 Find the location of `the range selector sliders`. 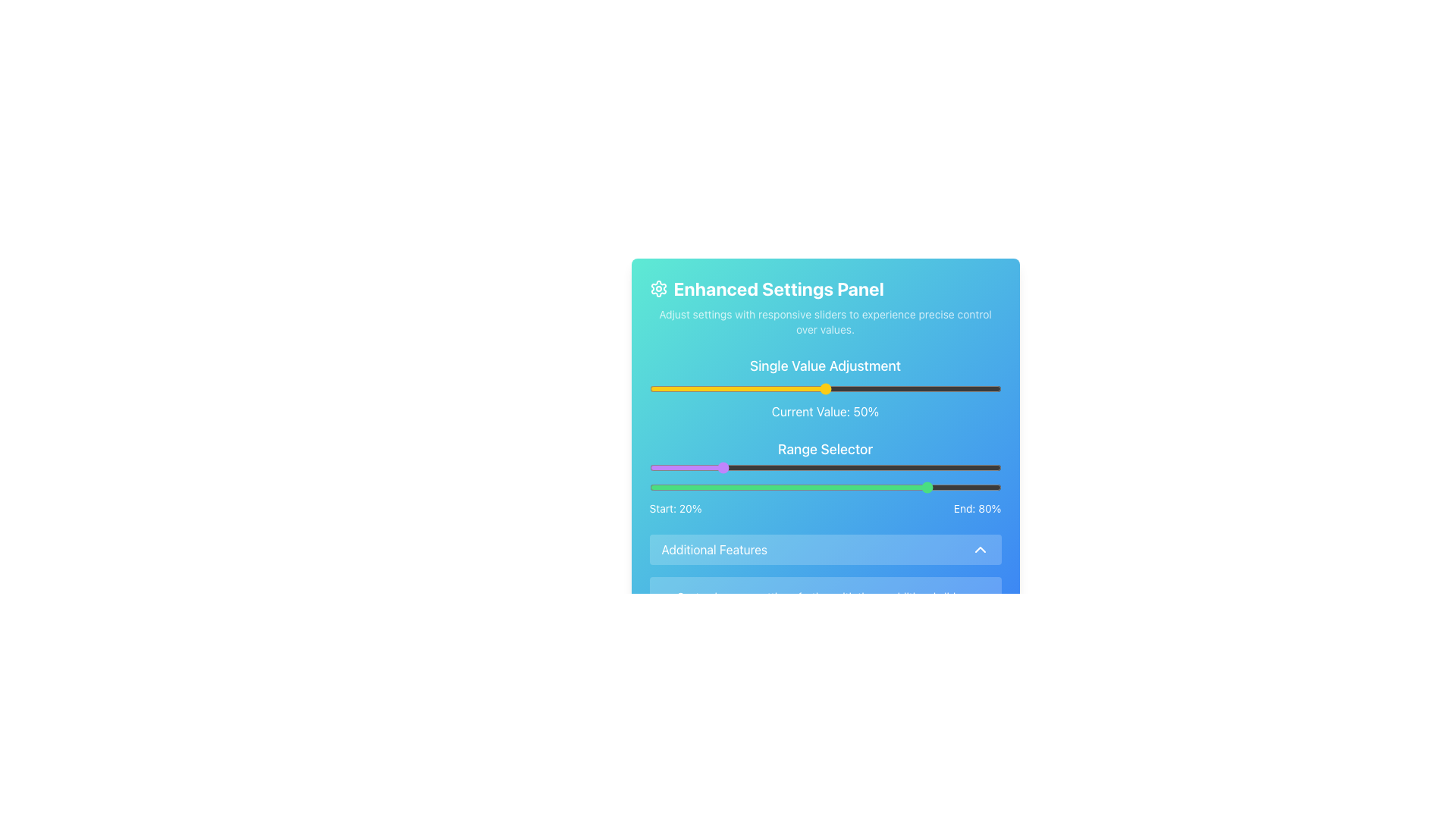

the range selector sliders is located at coordinates (912, 467).